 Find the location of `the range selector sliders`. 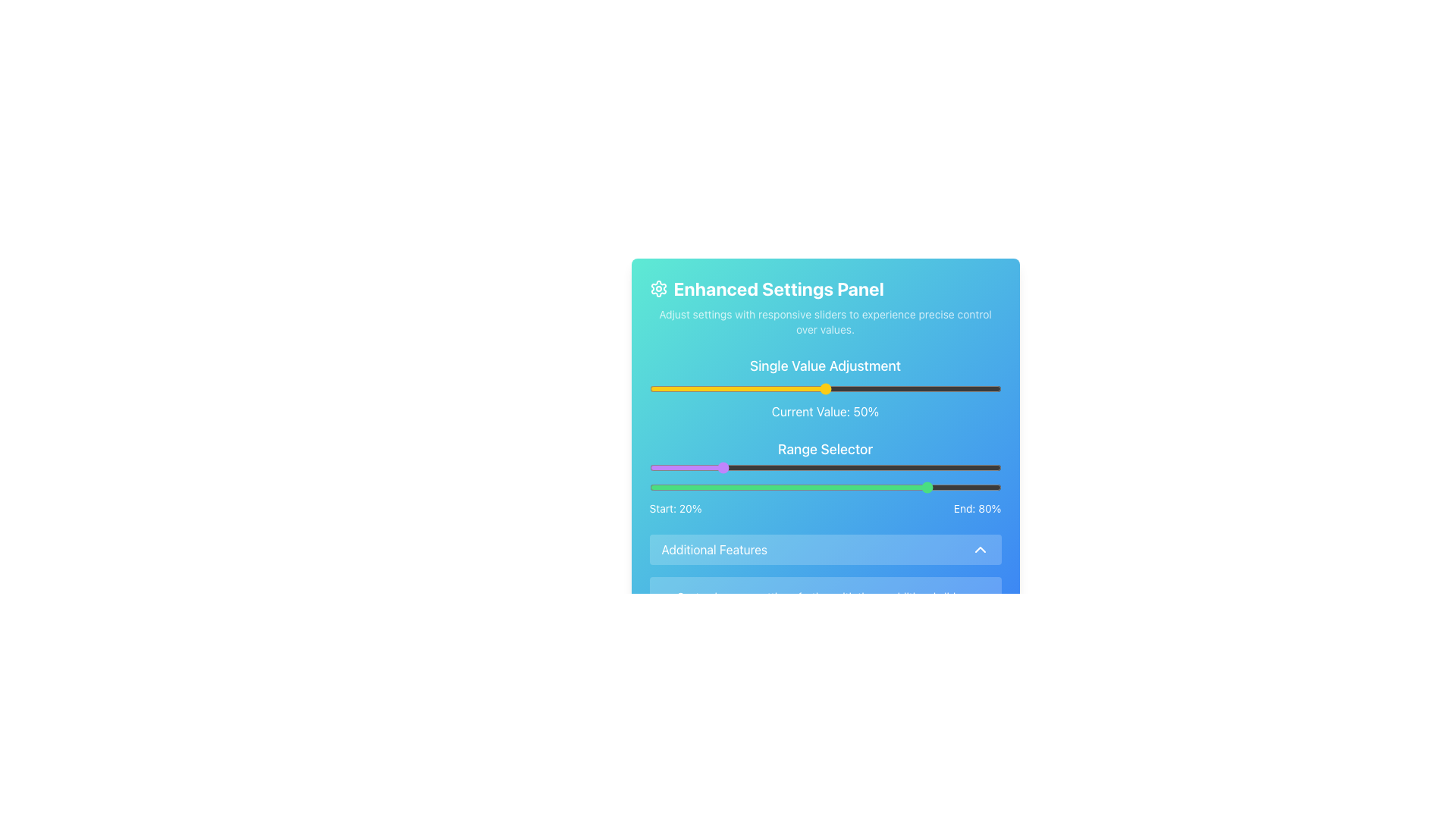

the range selector sliders is located at coordinates (912, 467).